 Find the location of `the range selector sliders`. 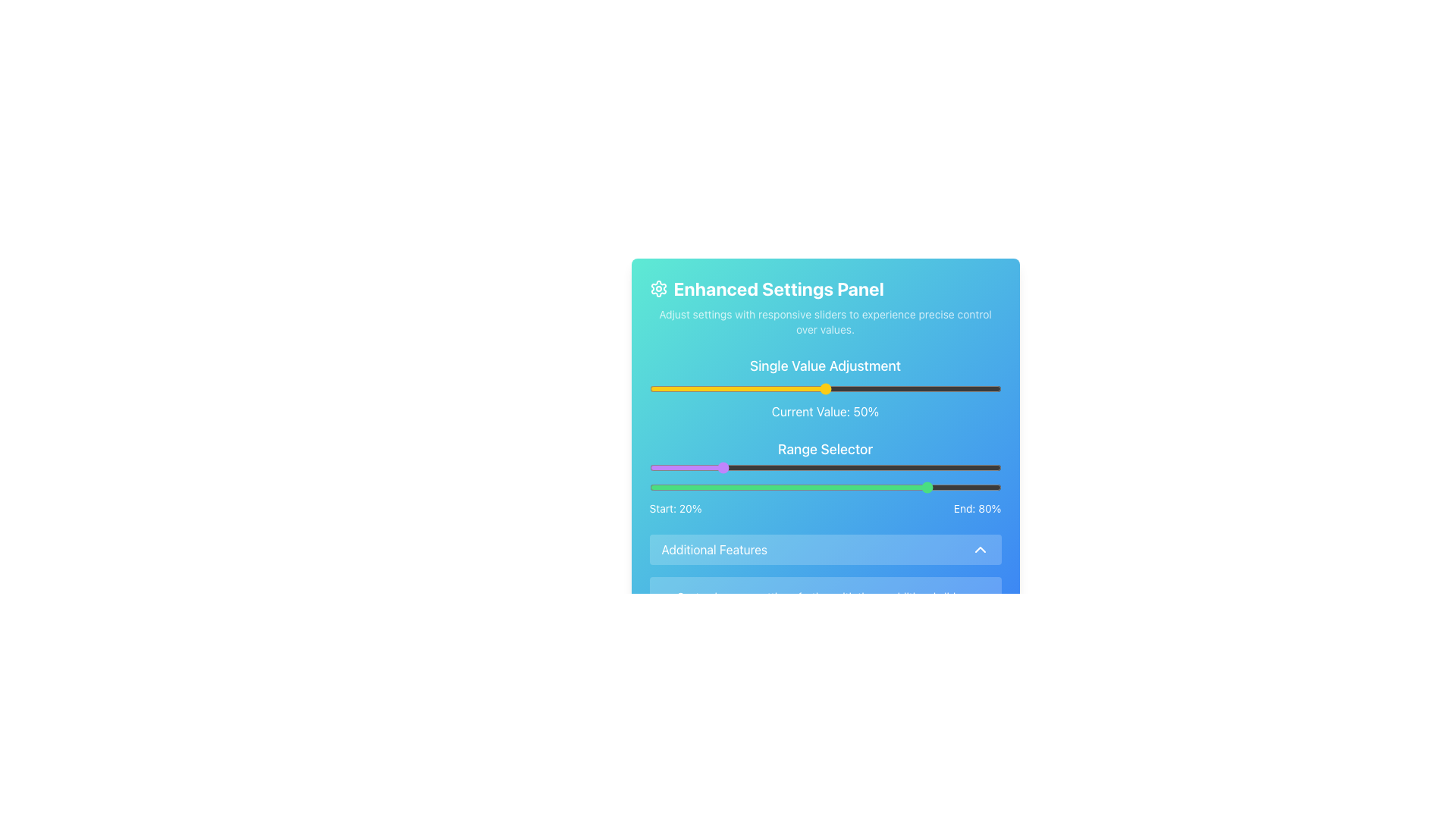

the range selector sliders is located at coordinates (912, 467).